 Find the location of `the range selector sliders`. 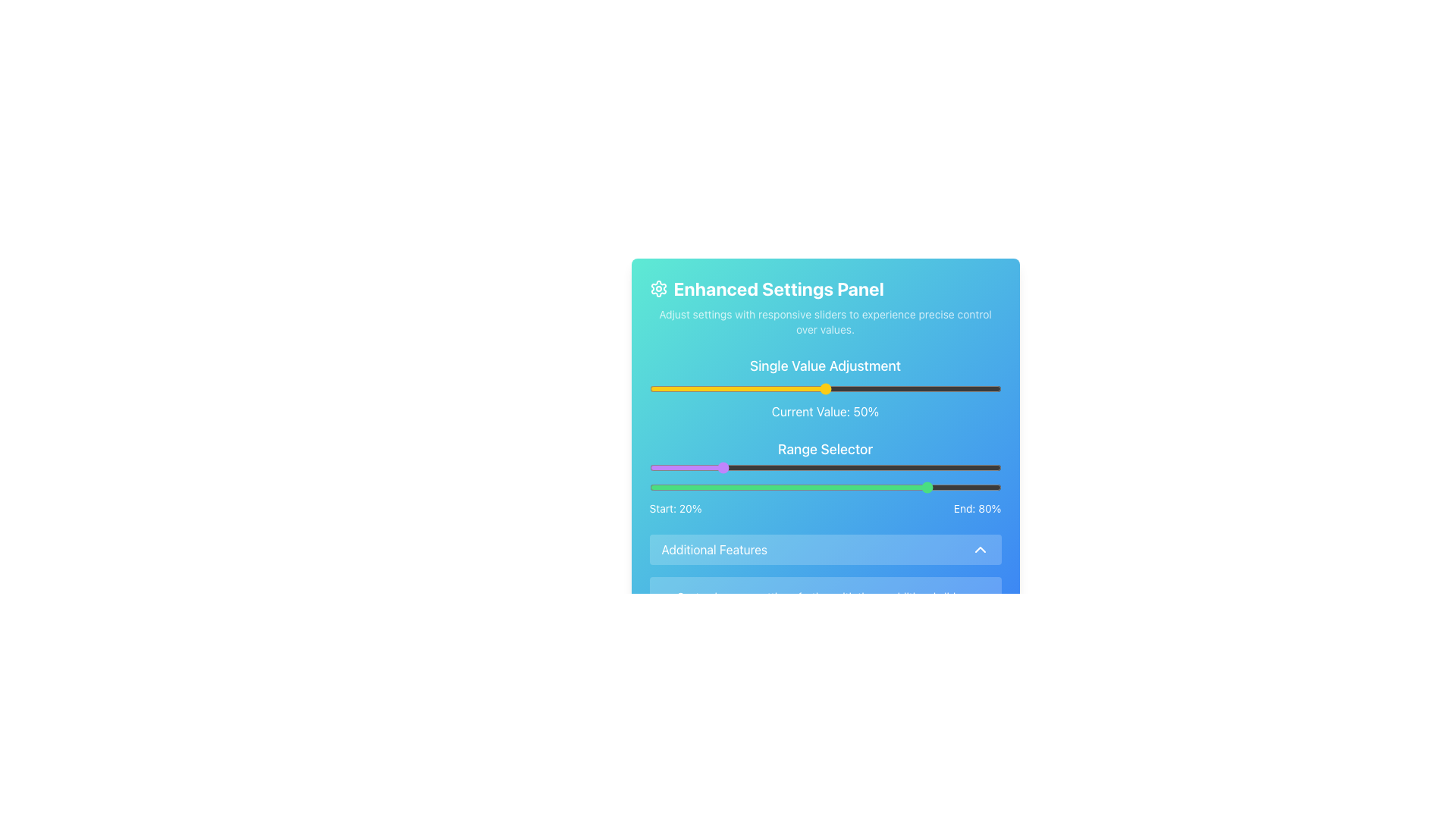

the range selector sliders is located at coordinates (912, 467).